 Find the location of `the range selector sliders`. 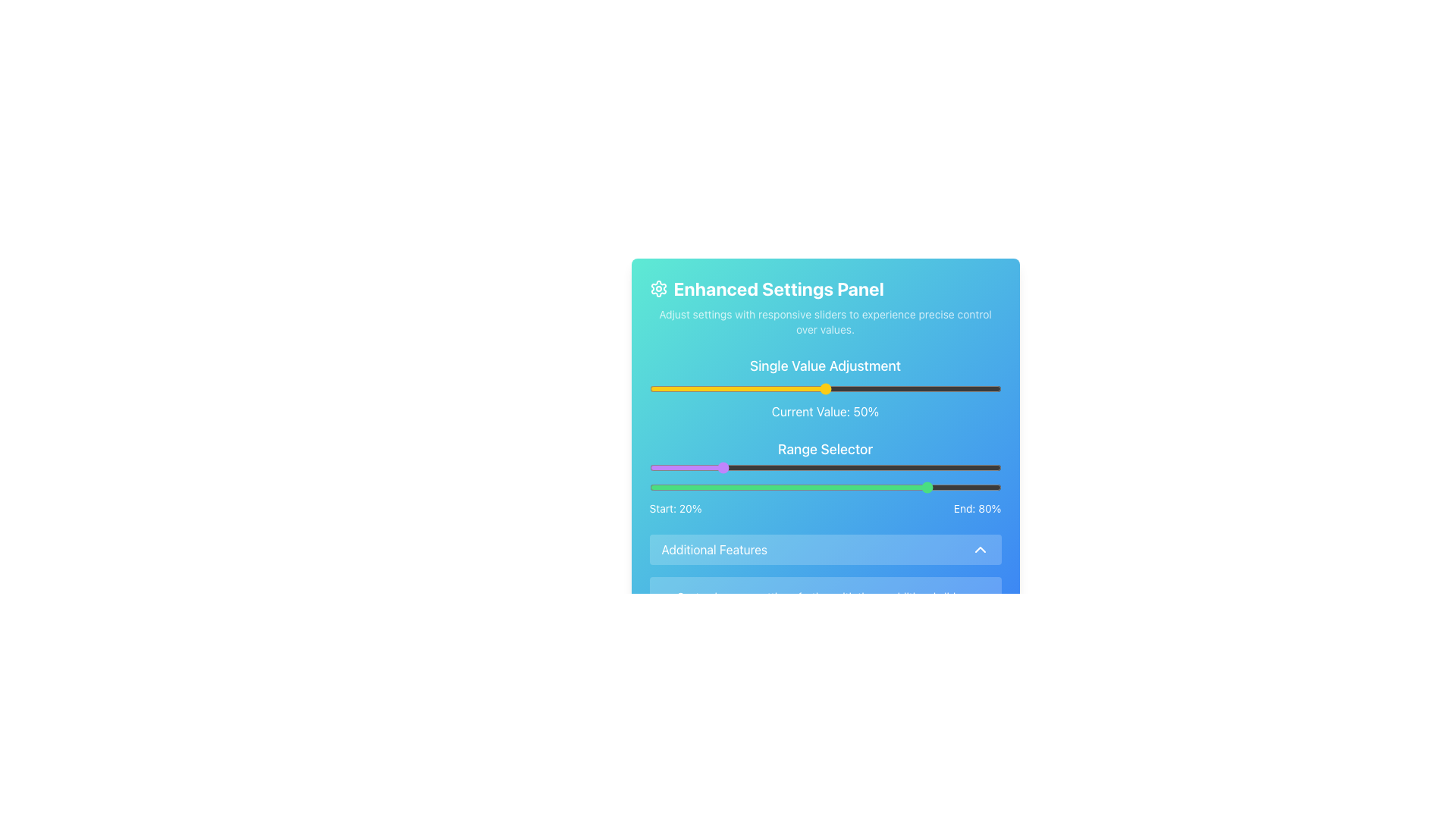

the range selector sliders is located at coordinates (912, 467).